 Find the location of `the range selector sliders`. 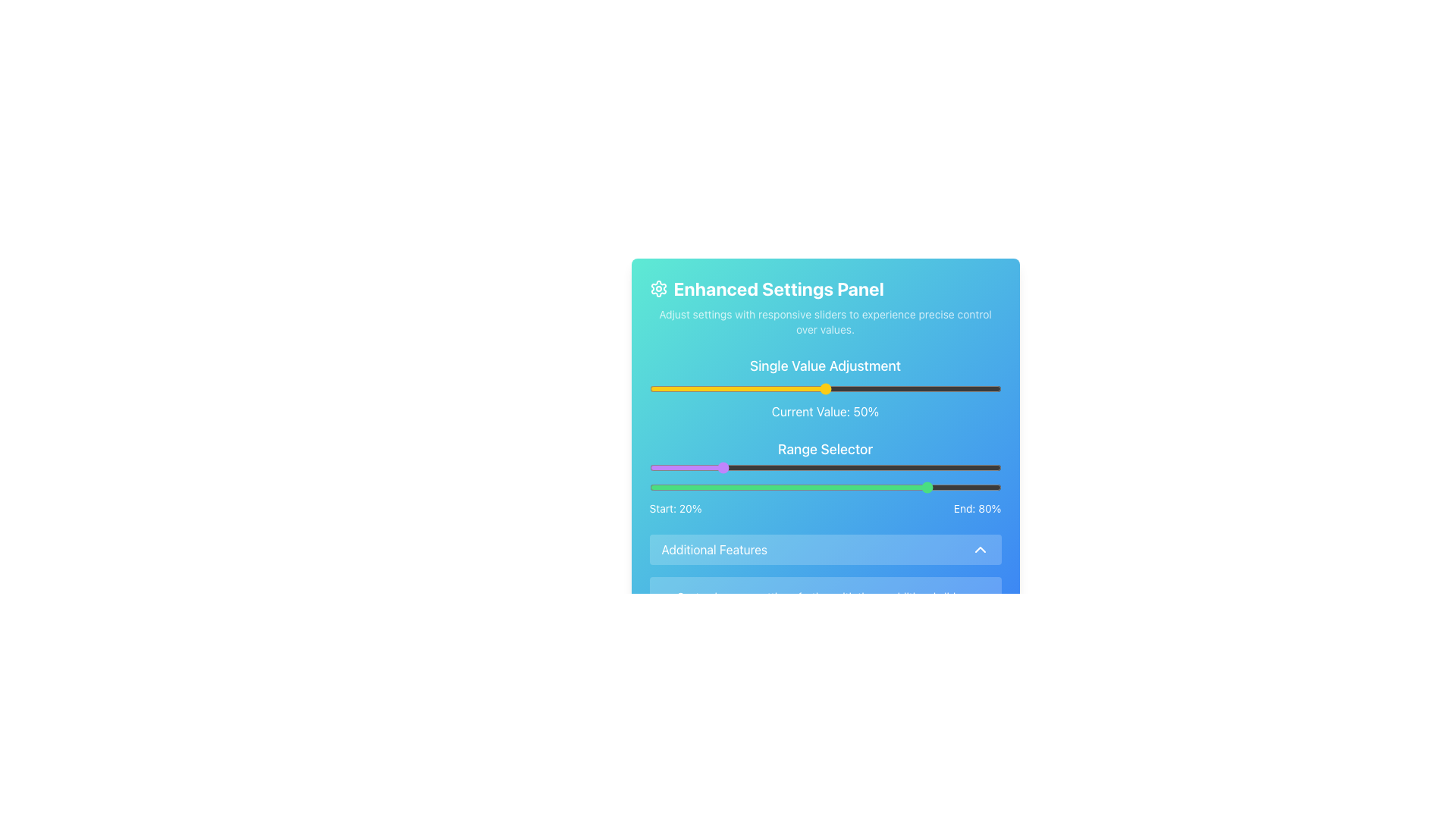

the range selector sliders is located at coordinates (912, 467).